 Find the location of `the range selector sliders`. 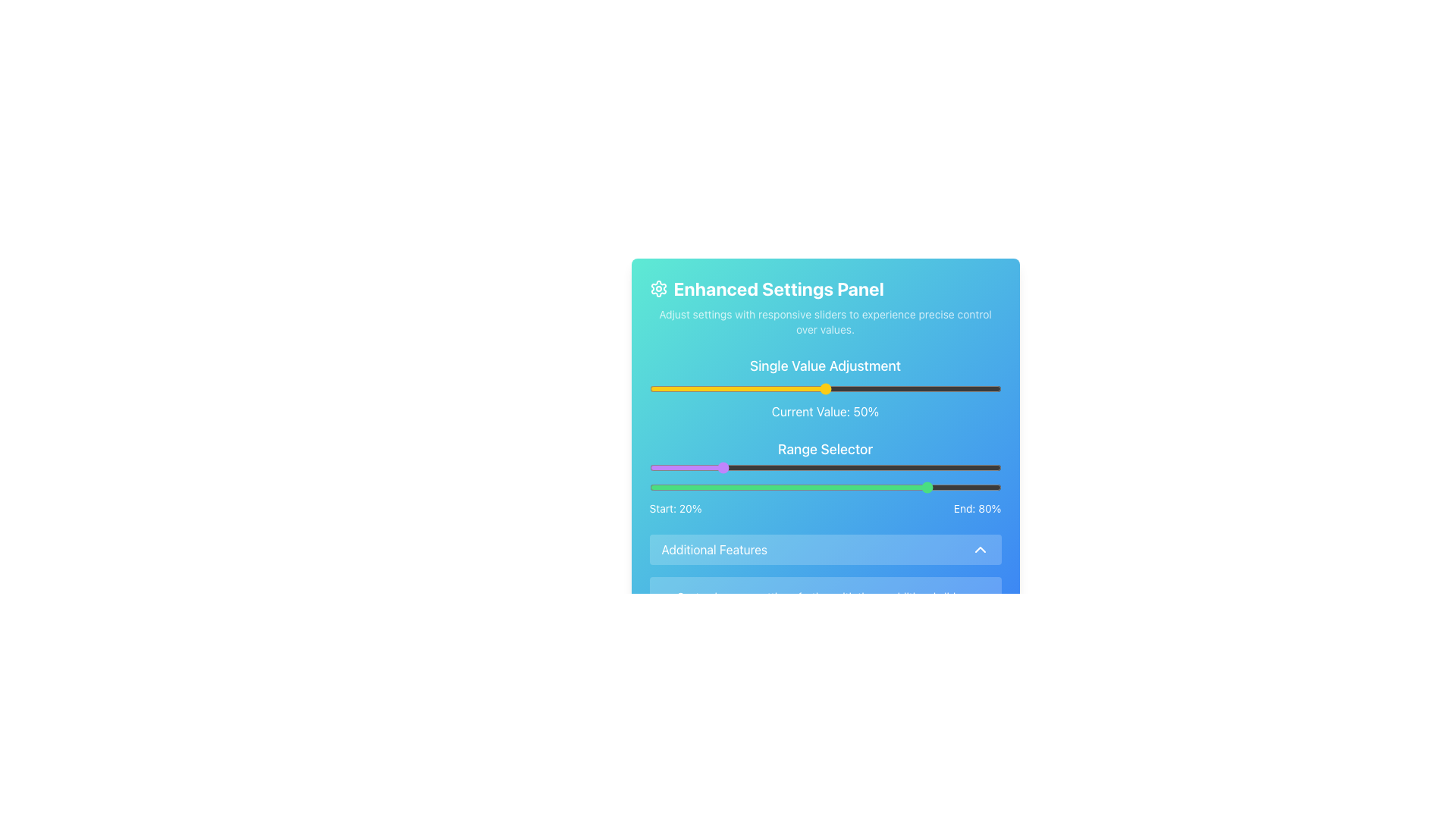

the range selector sliders is located at coordinates (912, 467).